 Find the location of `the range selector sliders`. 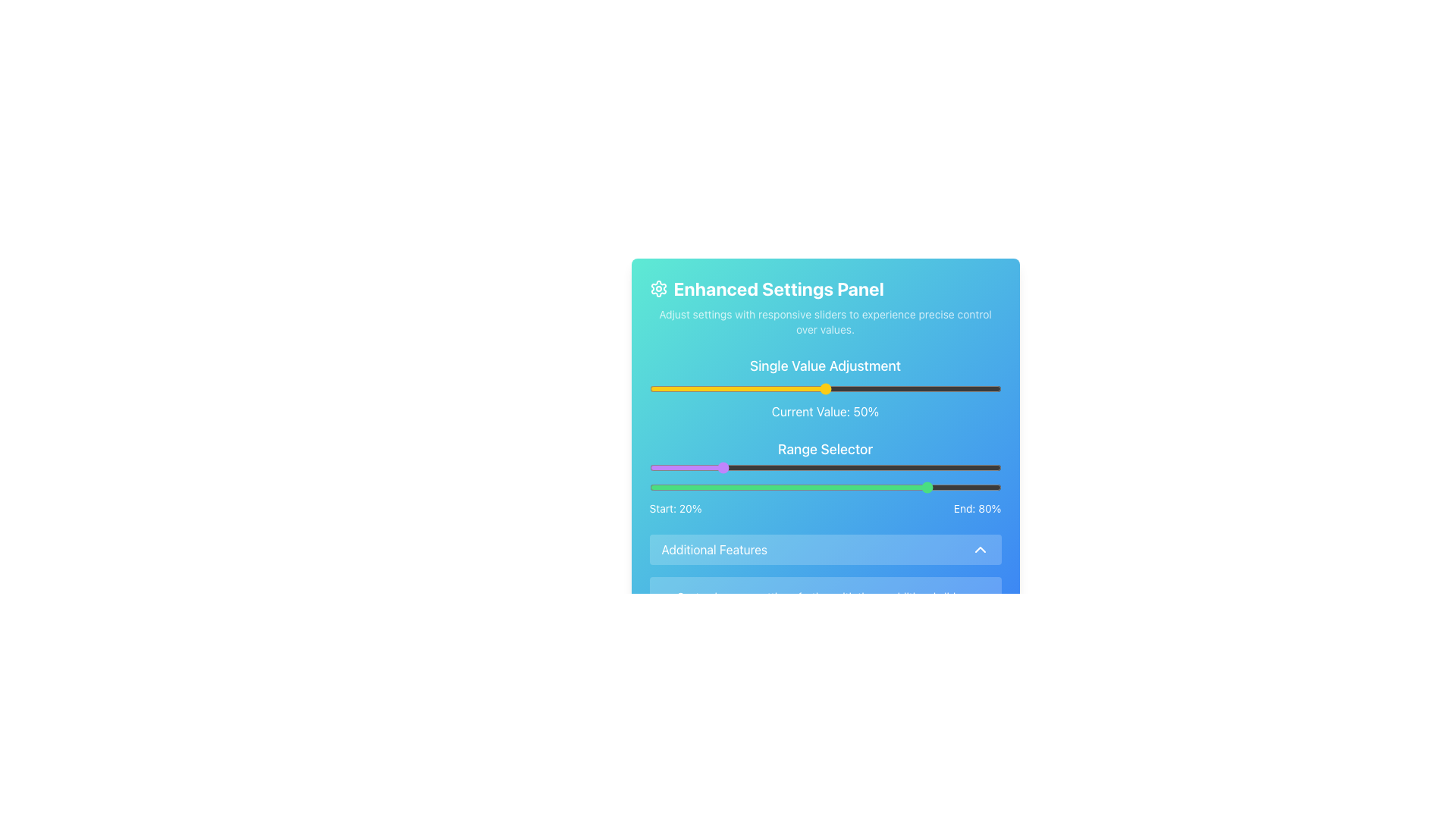

the range selector sliders is located at coordinates (912, 467).